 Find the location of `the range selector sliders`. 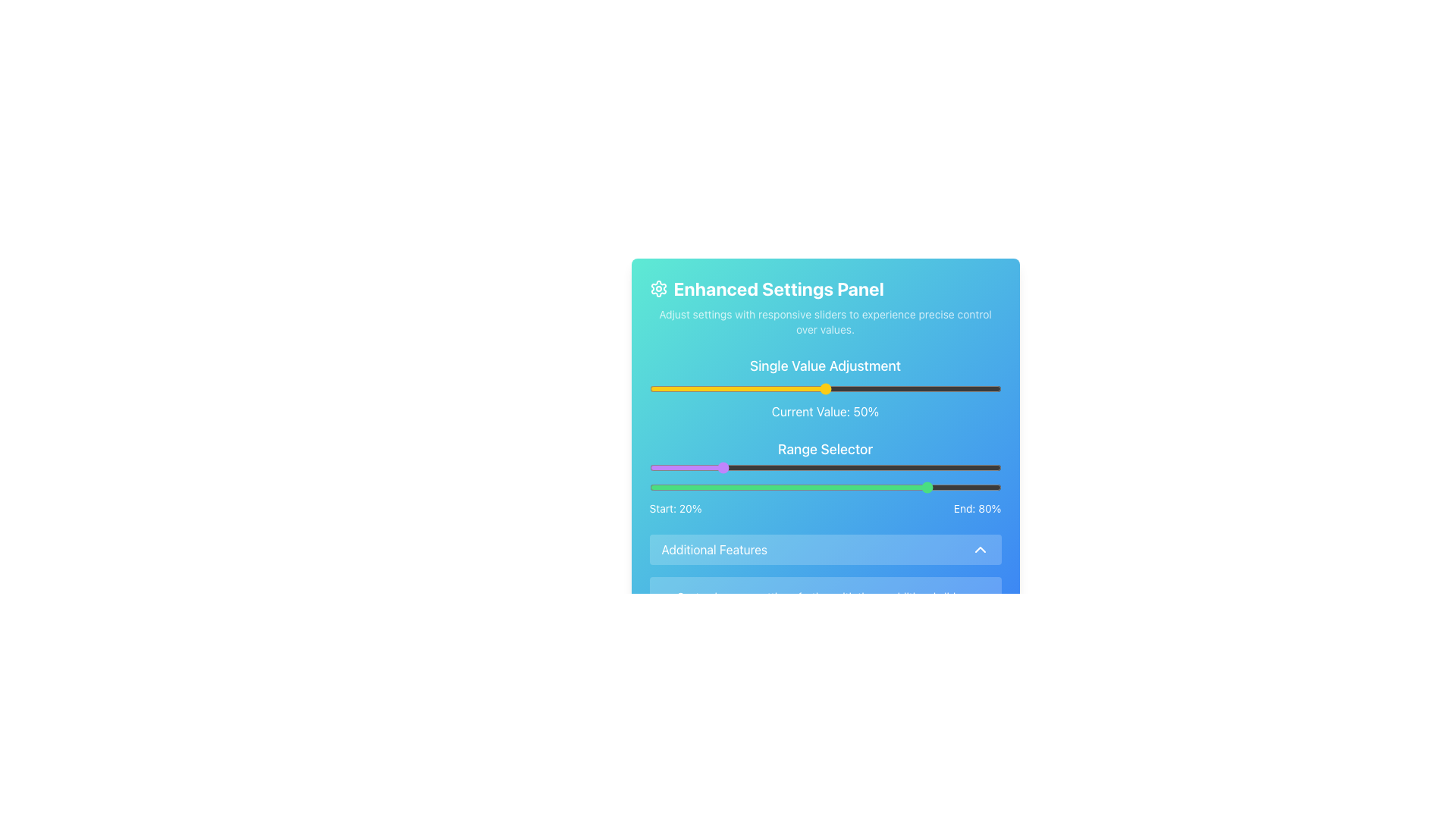

the range selector sliders is located at coordinates (912, 467).